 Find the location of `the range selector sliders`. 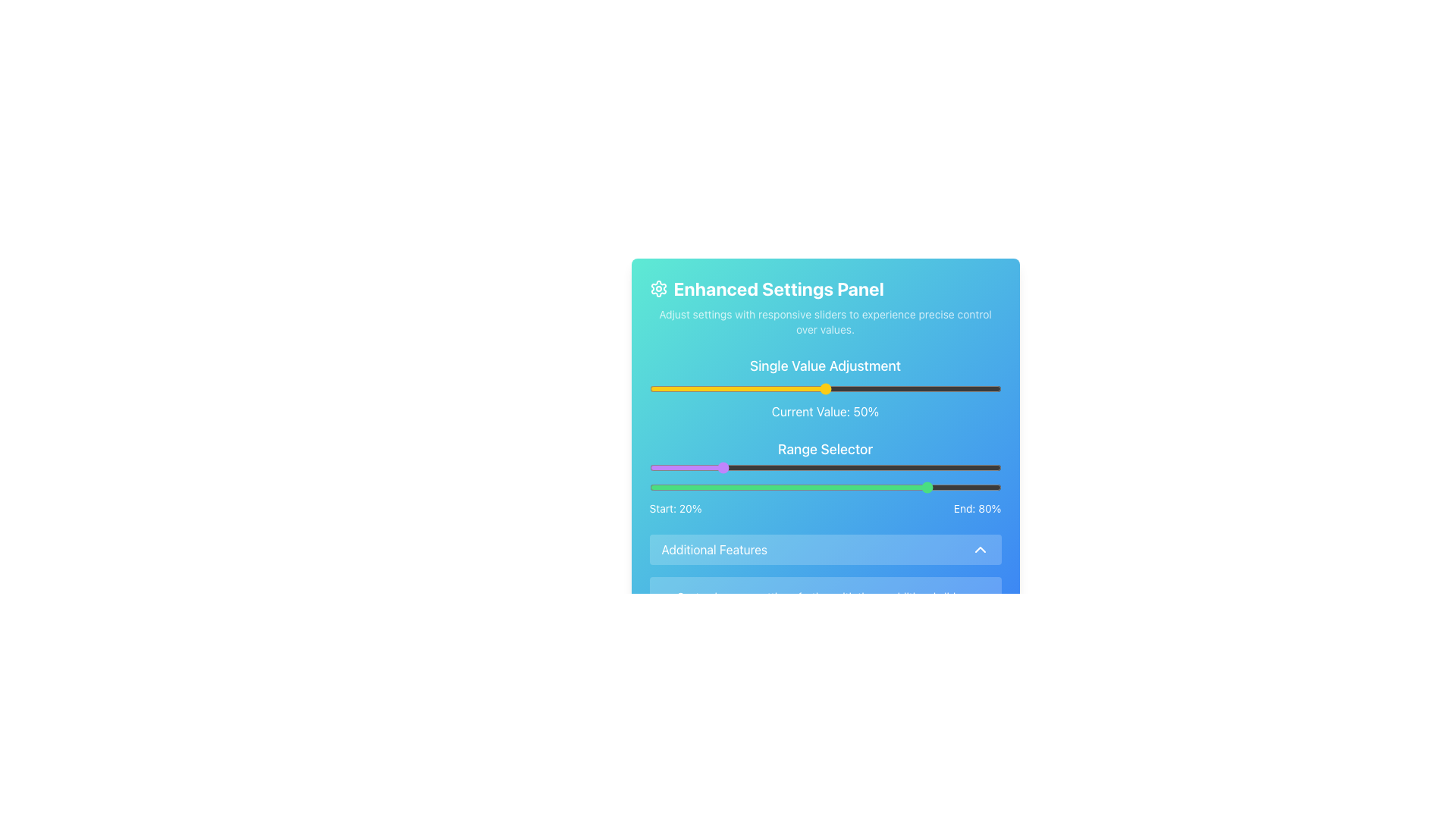

the range selector sliders is located at coordinates (912, 467).